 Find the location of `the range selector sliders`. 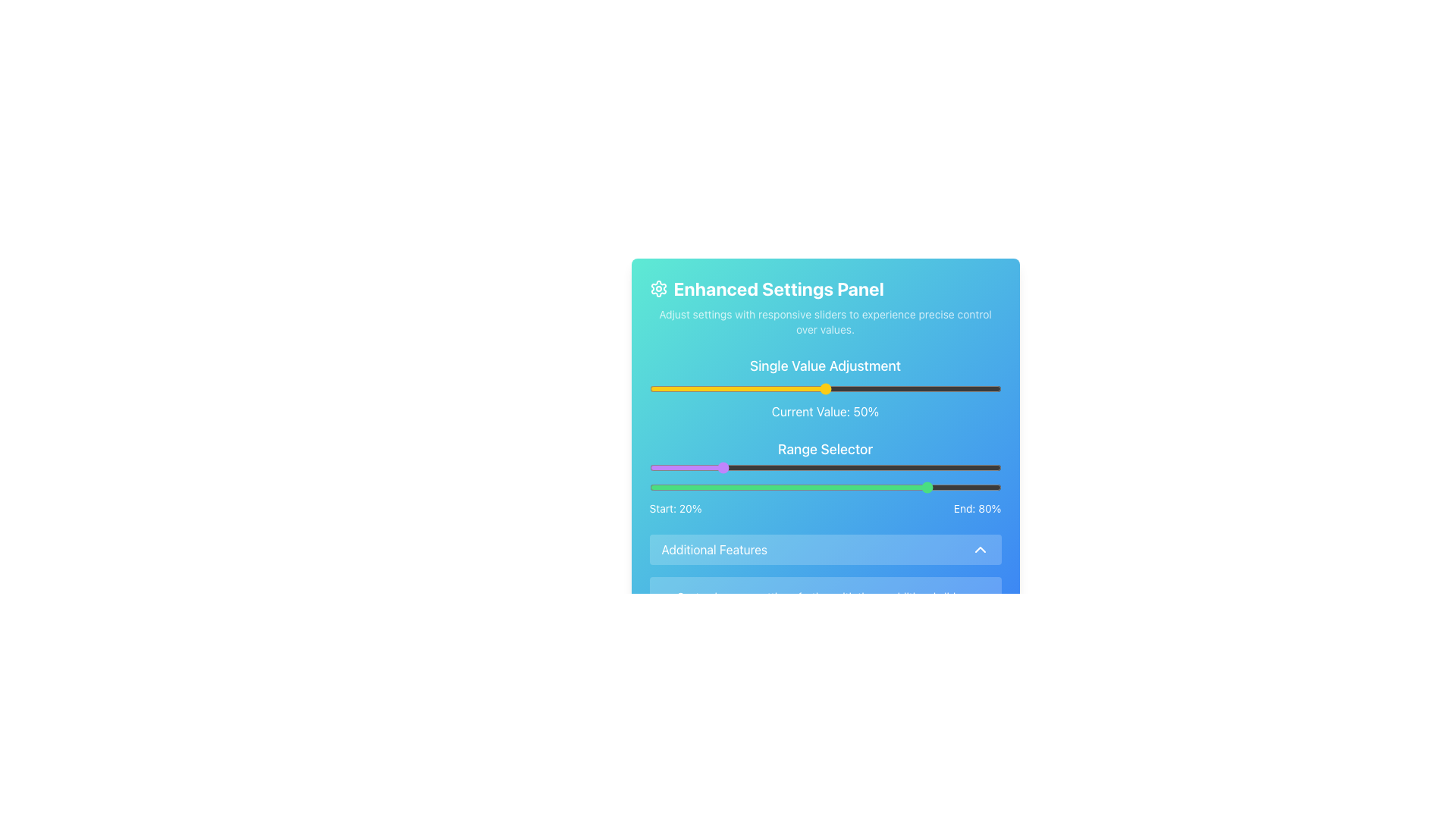

the range selector sliders is located at coordinates (912, 467).